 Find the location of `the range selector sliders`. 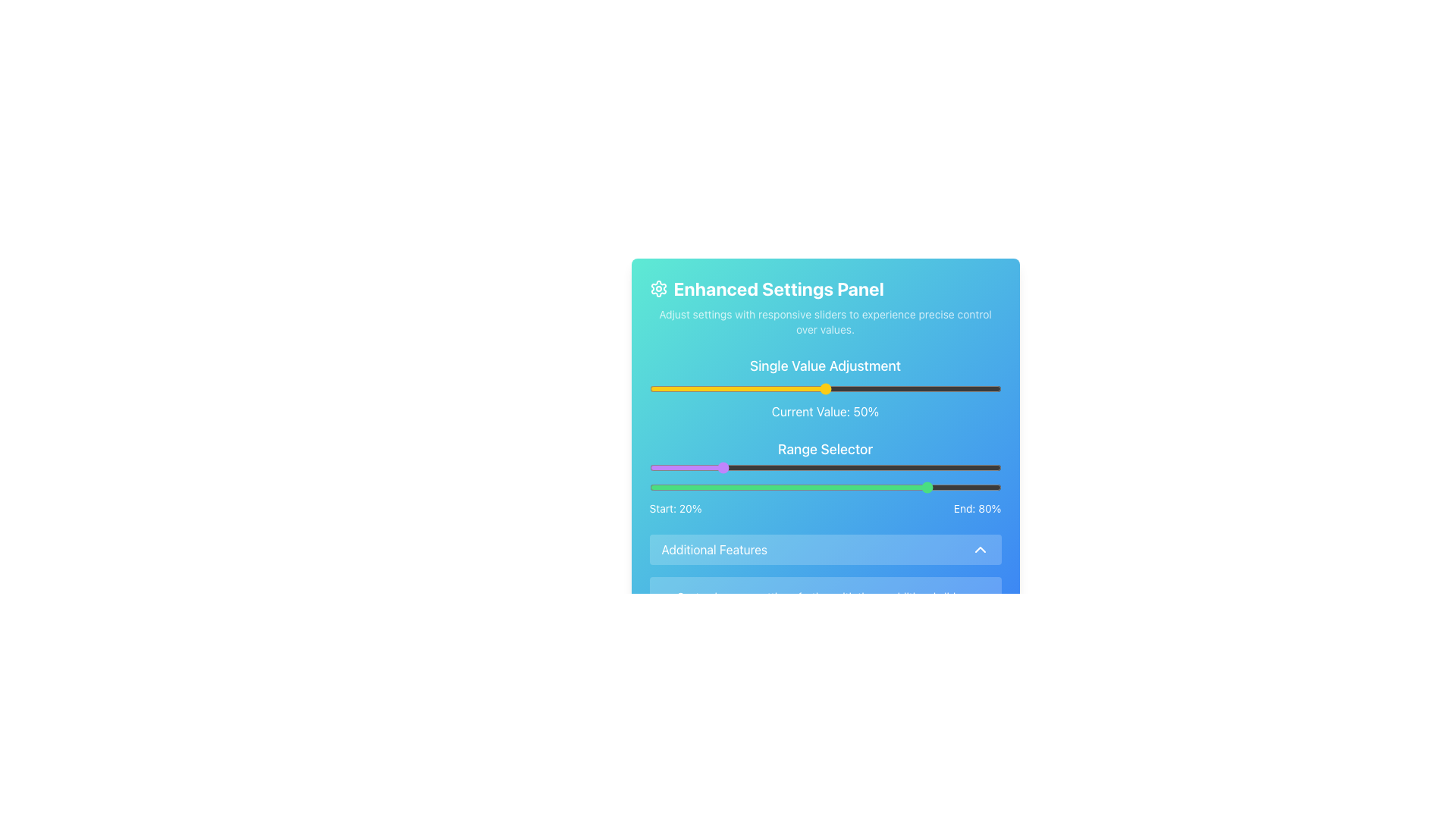

the range selector sliders is located at coordinates (912, 467).